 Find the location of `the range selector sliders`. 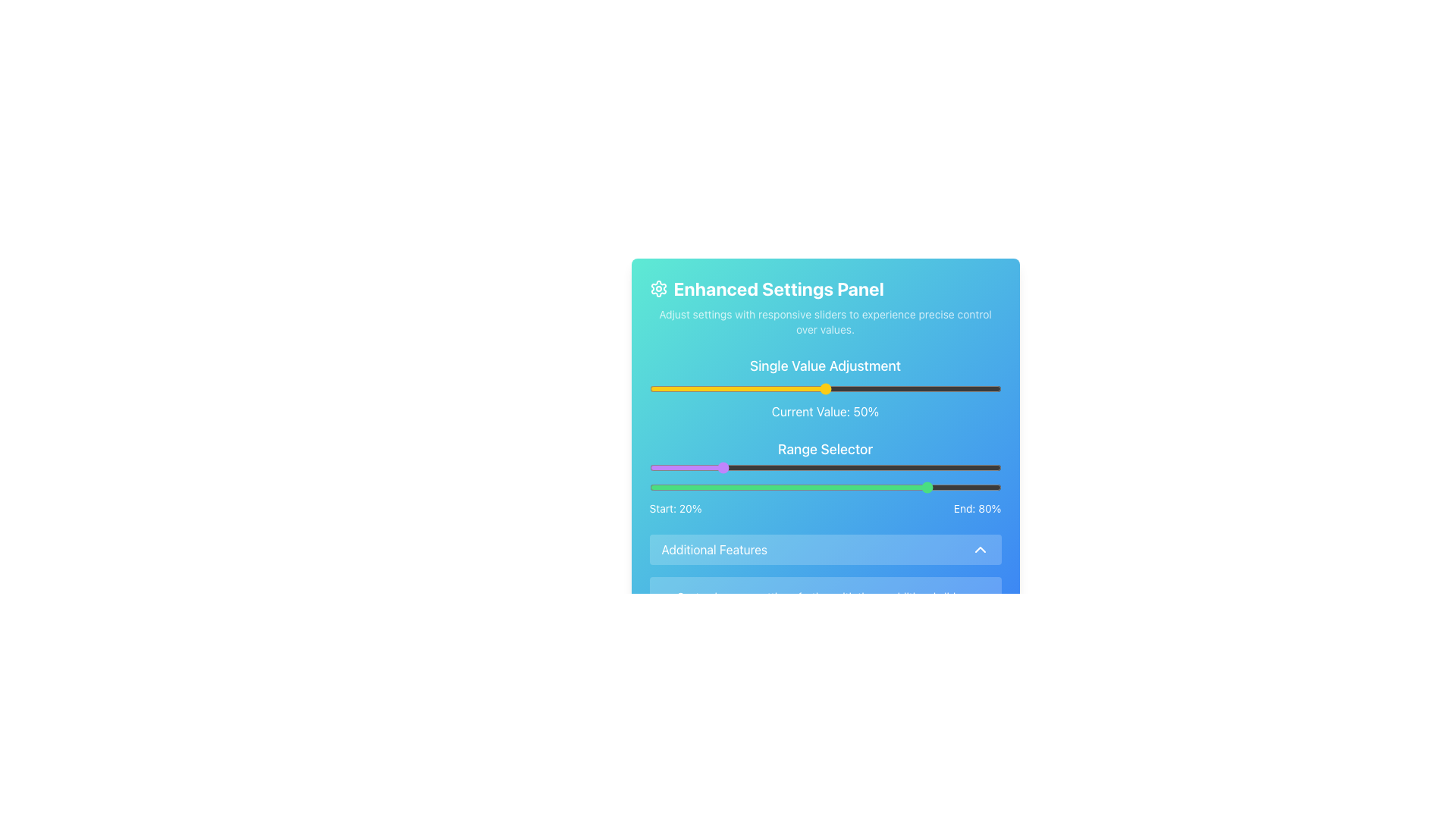

the range selector sliders is located at coordinates (912, 467).